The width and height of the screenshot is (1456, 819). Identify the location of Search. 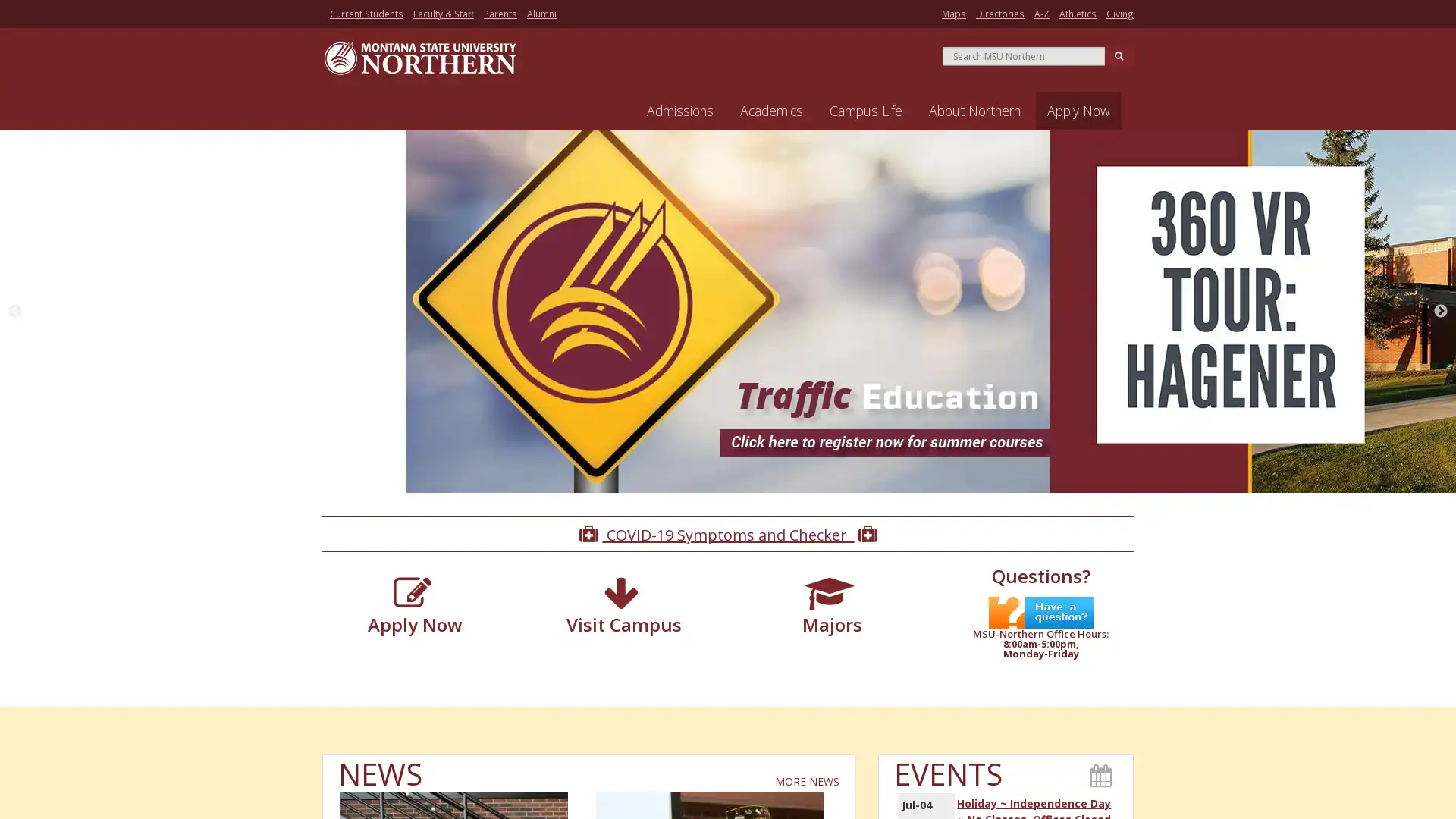
(1119, 55).